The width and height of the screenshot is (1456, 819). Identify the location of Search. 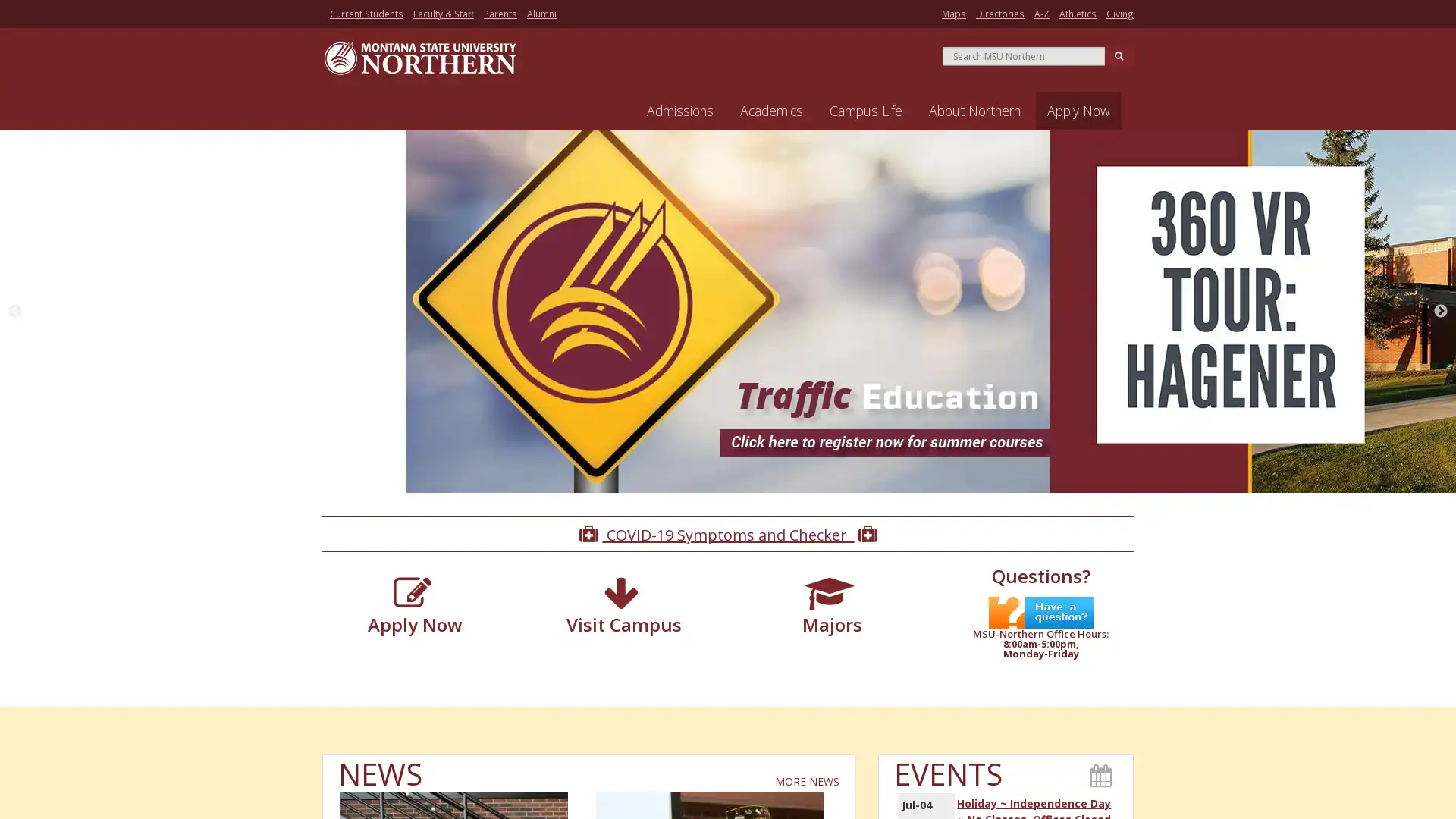
(1119, 55).